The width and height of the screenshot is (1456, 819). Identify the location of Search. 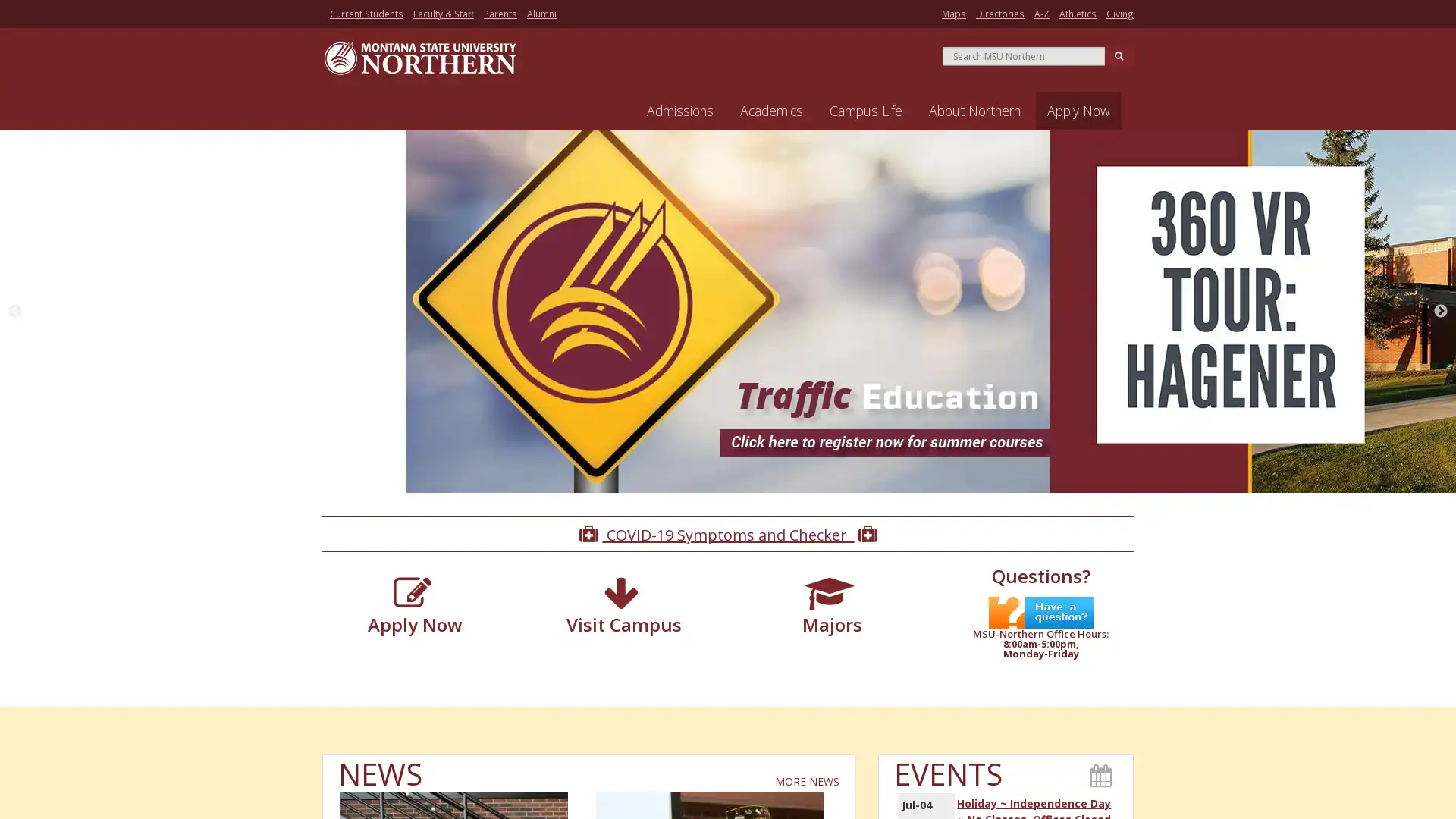
(1119, 55).